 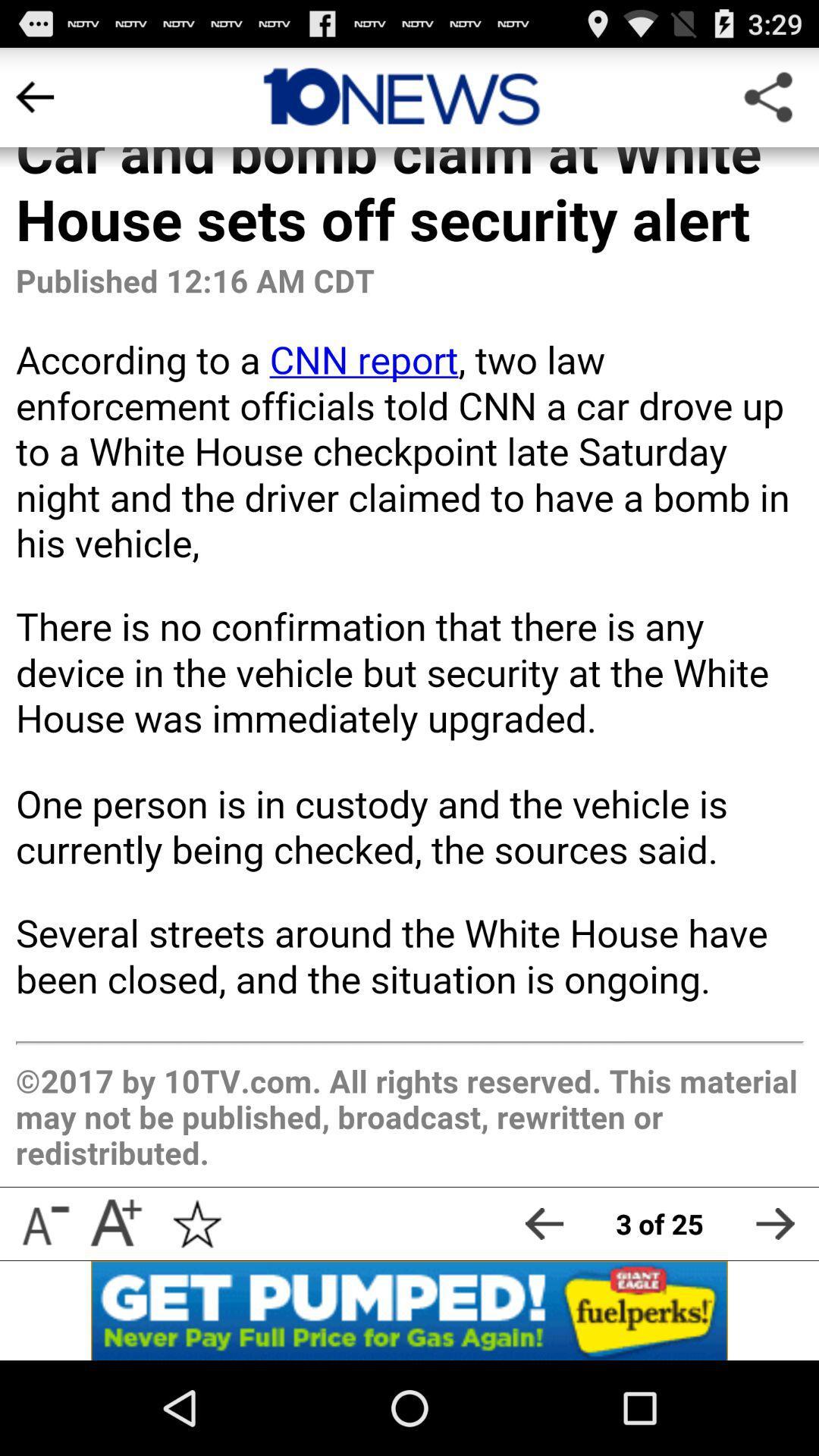 I want to click on star article, so click(x=196, y=1223).